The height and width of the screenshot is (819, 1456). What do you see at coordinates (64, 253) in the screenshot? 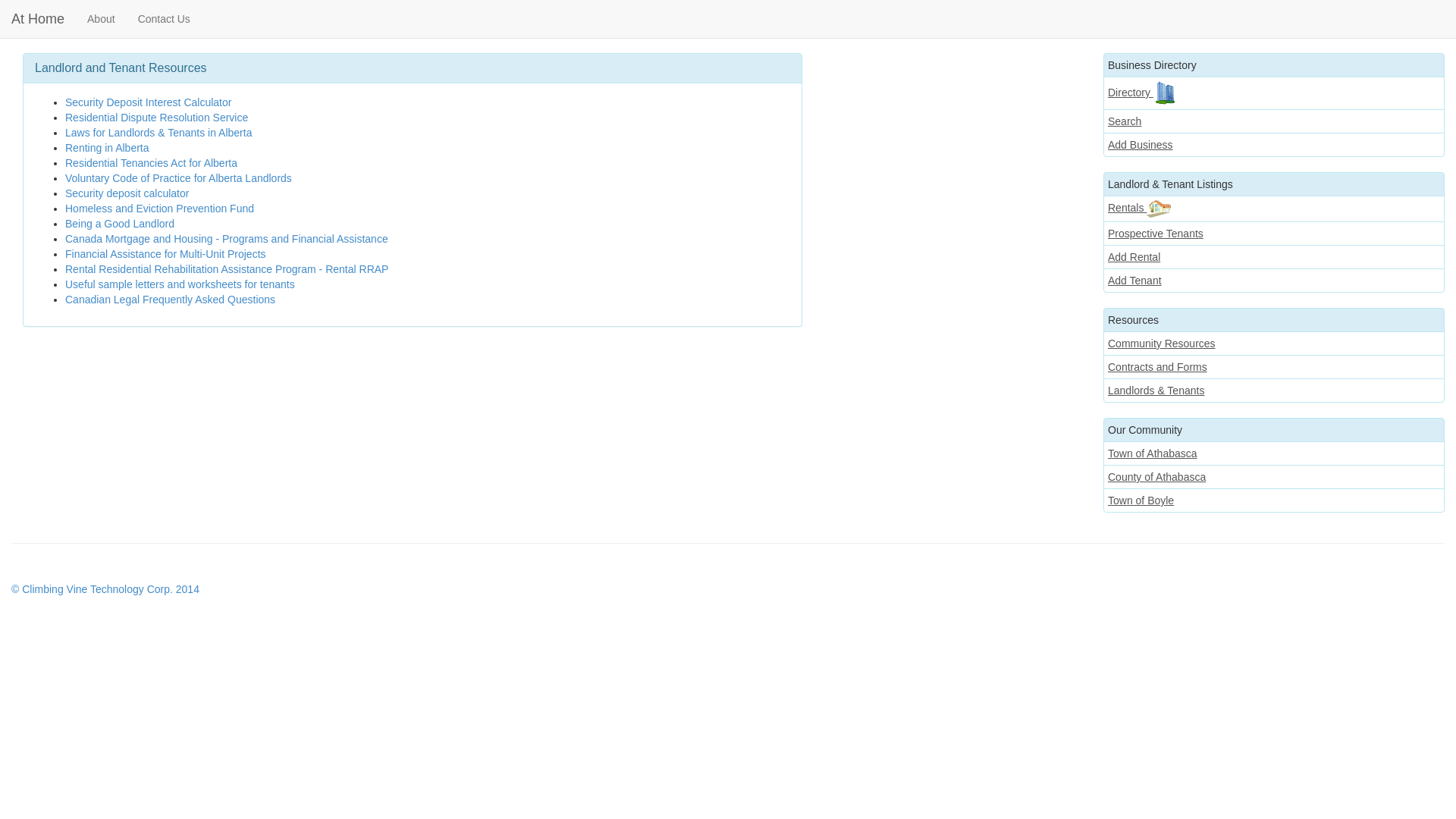
I see `'Financial Assistance for Multi-Unit Projects'` at bounding box center [64, 253].